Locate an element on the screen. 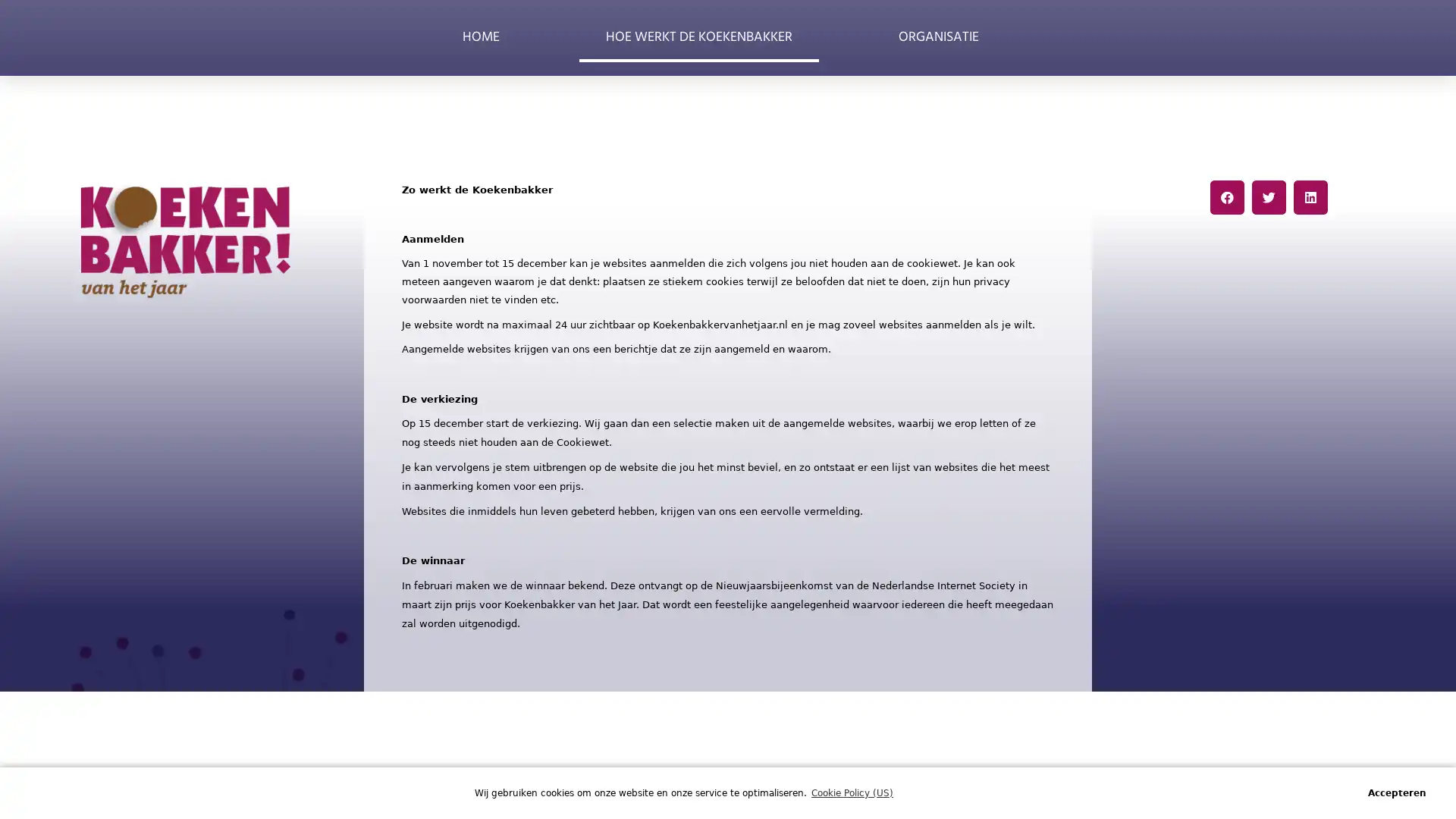 The image size is (1456, 819). dismiss cookie message is located at coordinates (1396, 792).